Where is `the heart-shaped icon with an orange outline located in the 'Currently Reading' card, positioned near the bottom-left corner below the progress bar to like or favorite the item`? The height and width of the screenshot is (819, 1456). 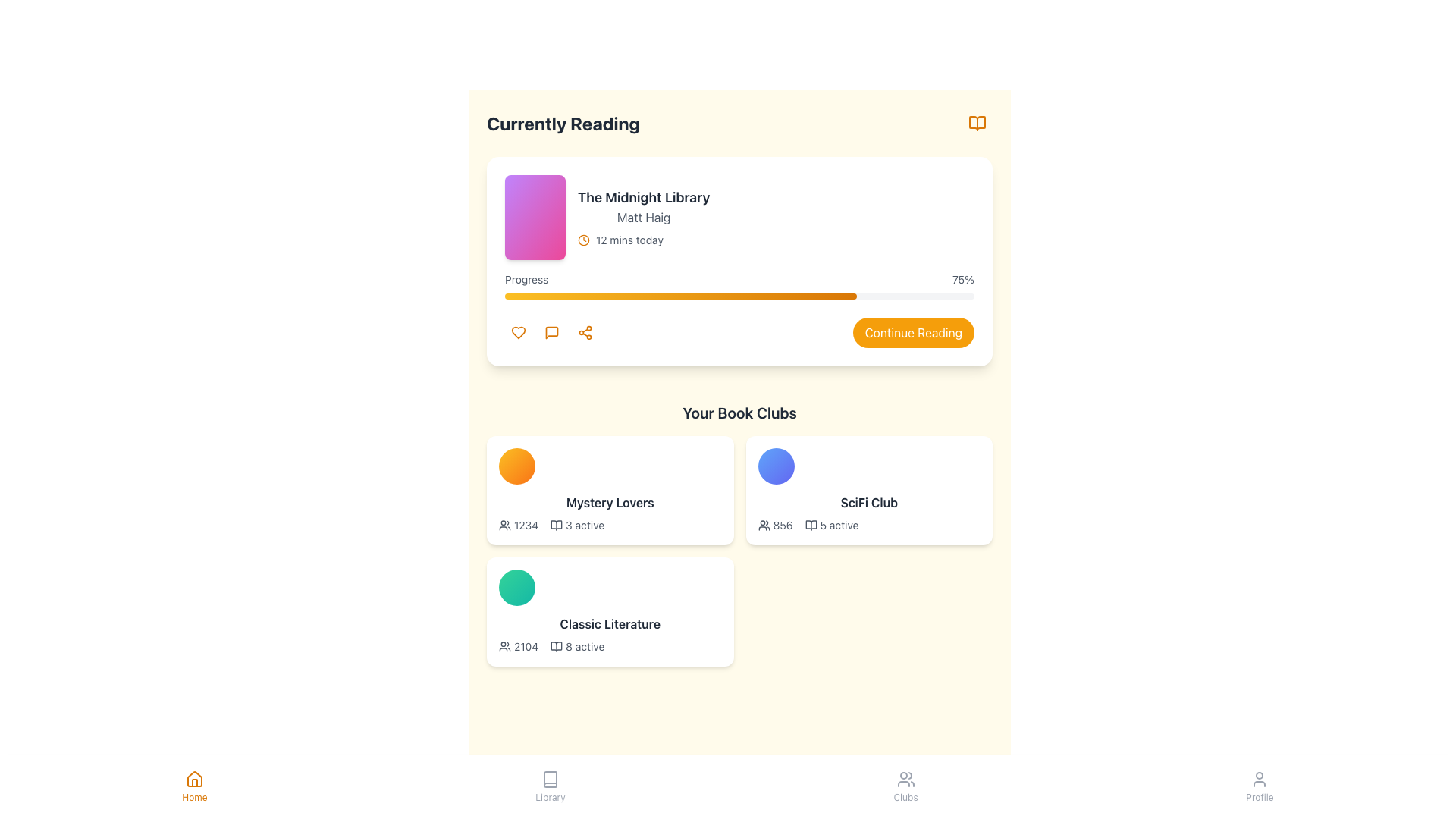
the heart-shaped icon with an orange outline located in the 'Currently Reading' card, positioned near the bottom-left corner below the progress bar to like or favorite the item is located at coordinates (519, 332).